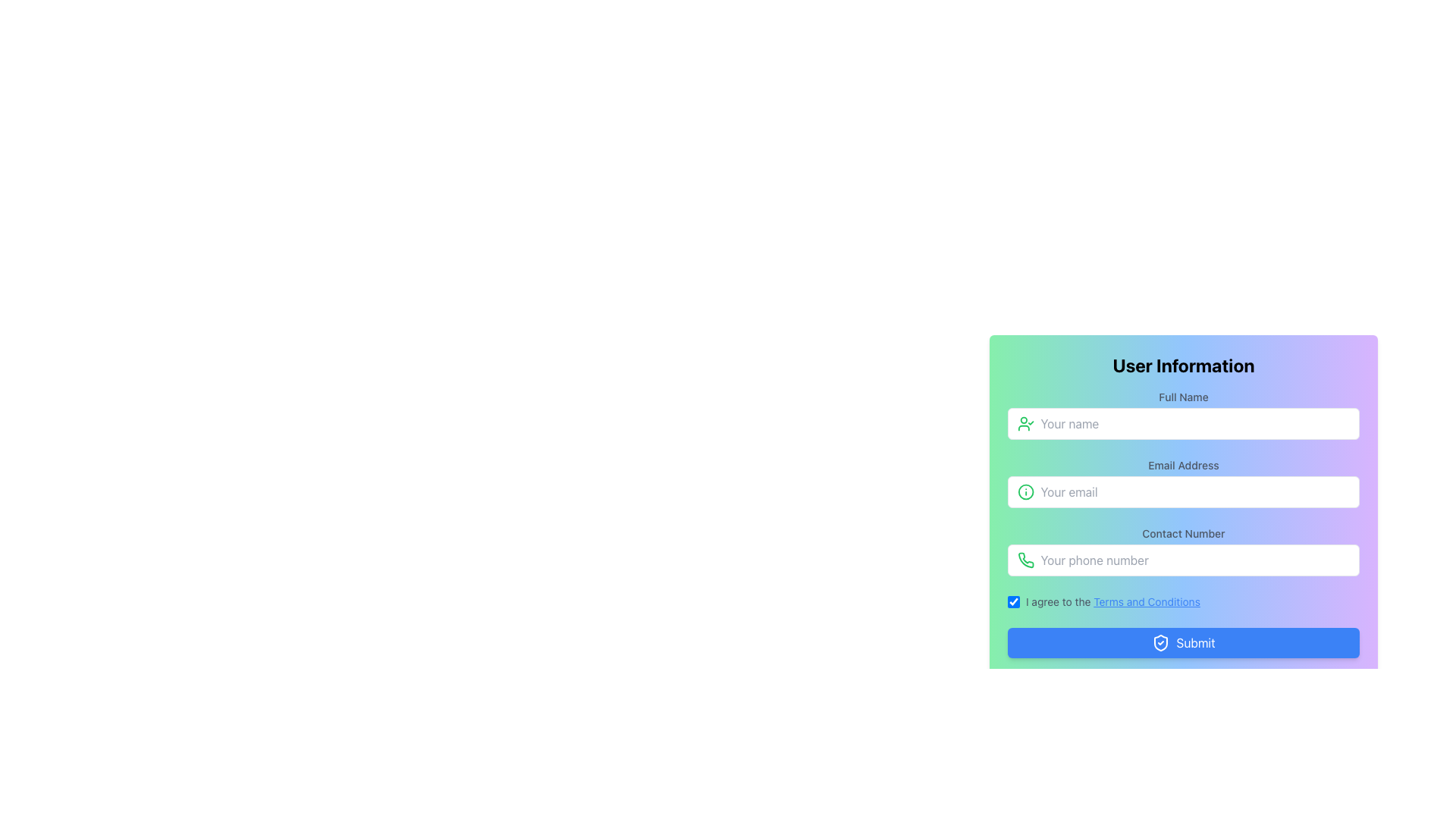 The image size is (1456, 819). Describe the element at coordinates (1182, 522) in the screenshot. I see `the contact number input field` at that location.